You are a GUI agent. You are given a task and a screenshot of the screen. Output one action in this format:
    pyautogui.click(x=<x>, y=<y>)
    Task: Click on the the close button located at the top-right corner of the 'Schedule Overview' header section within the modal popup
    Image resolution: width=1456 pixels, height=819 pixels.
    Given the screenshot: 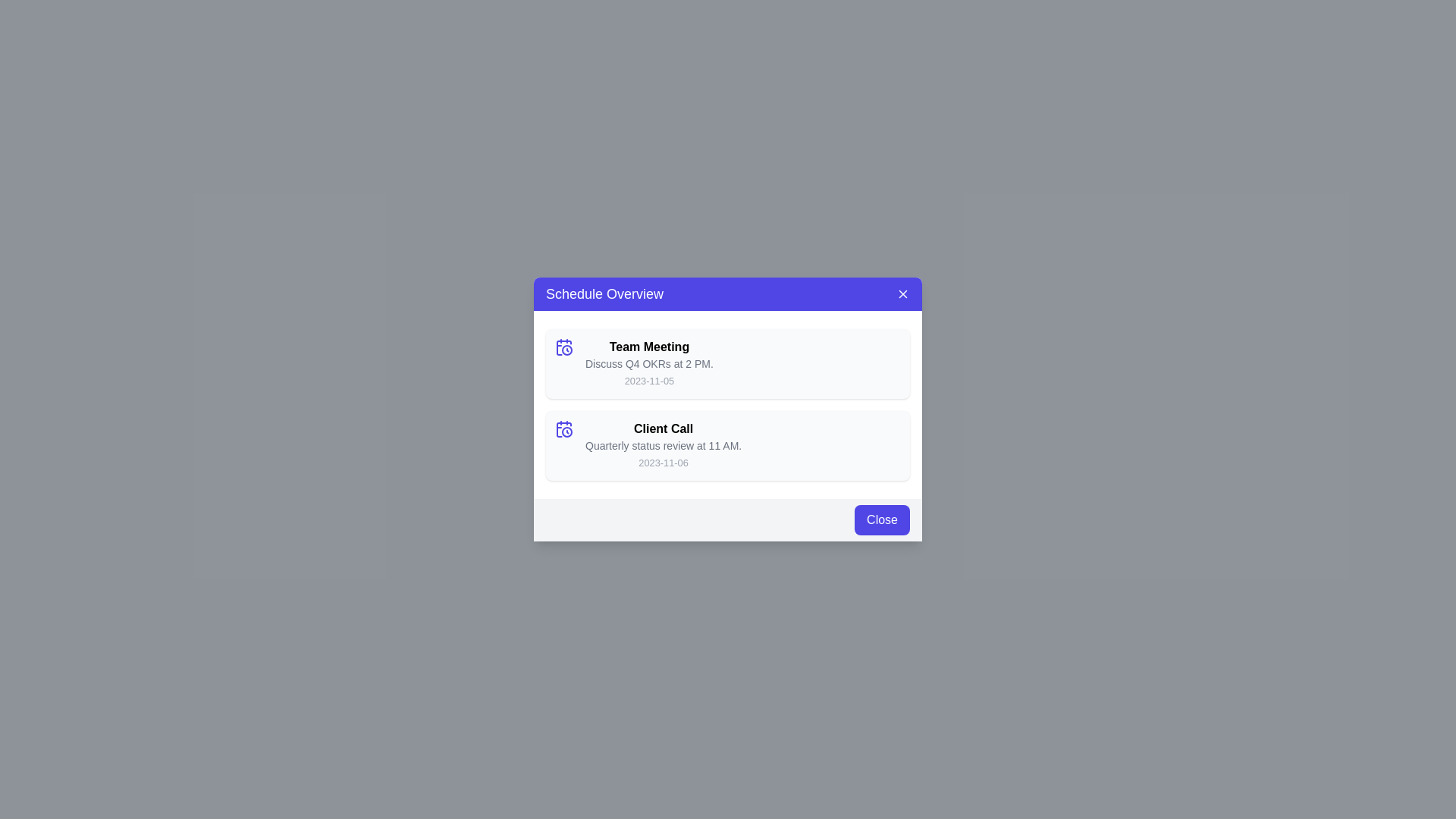 What is the action you would take?
    pyautogui.click(x=902, y=294)
    